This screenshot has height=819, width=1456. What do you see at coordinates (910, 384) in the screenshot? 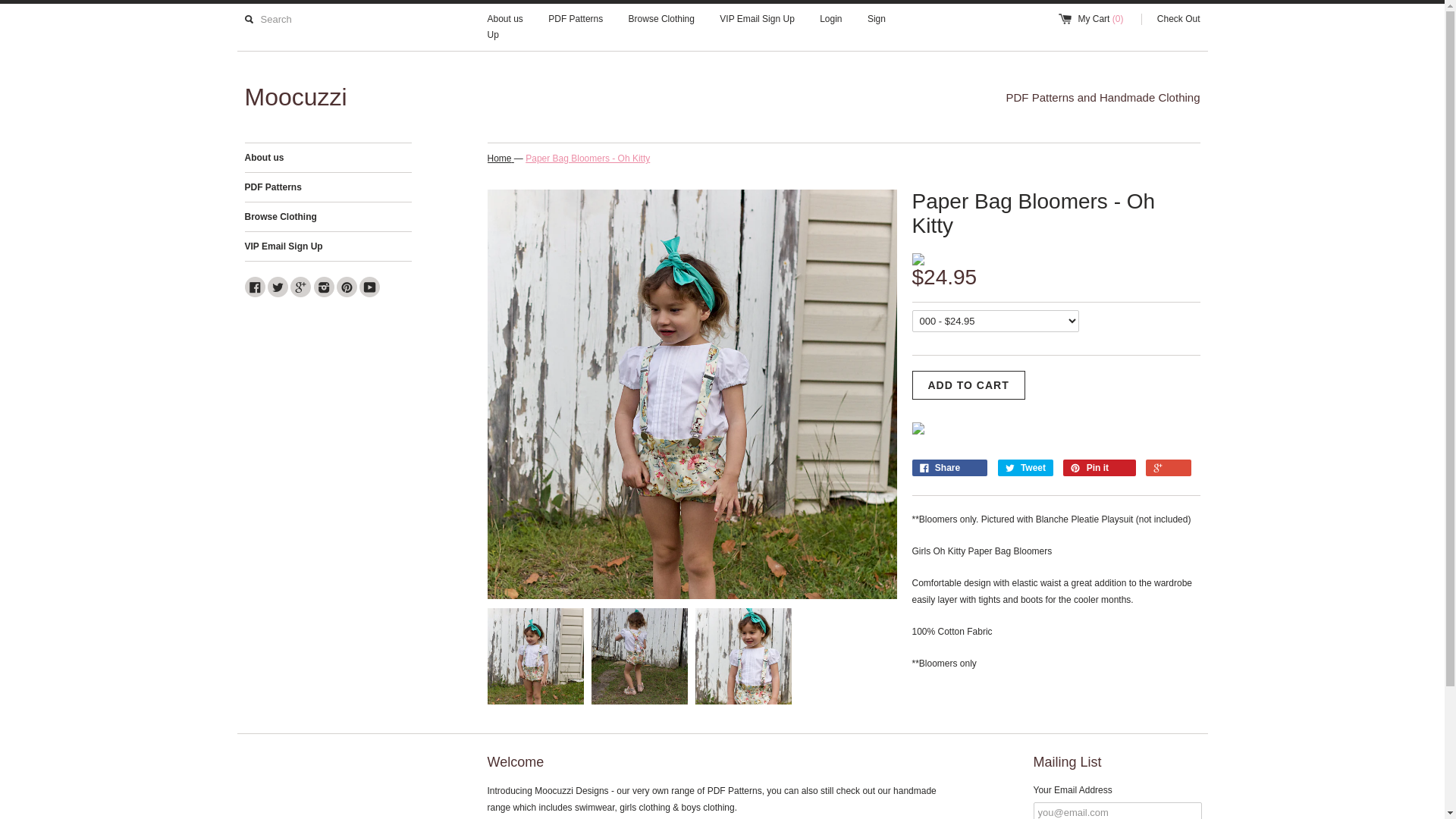
I see `'Add to Cart'` at bounding box center [910, 384].